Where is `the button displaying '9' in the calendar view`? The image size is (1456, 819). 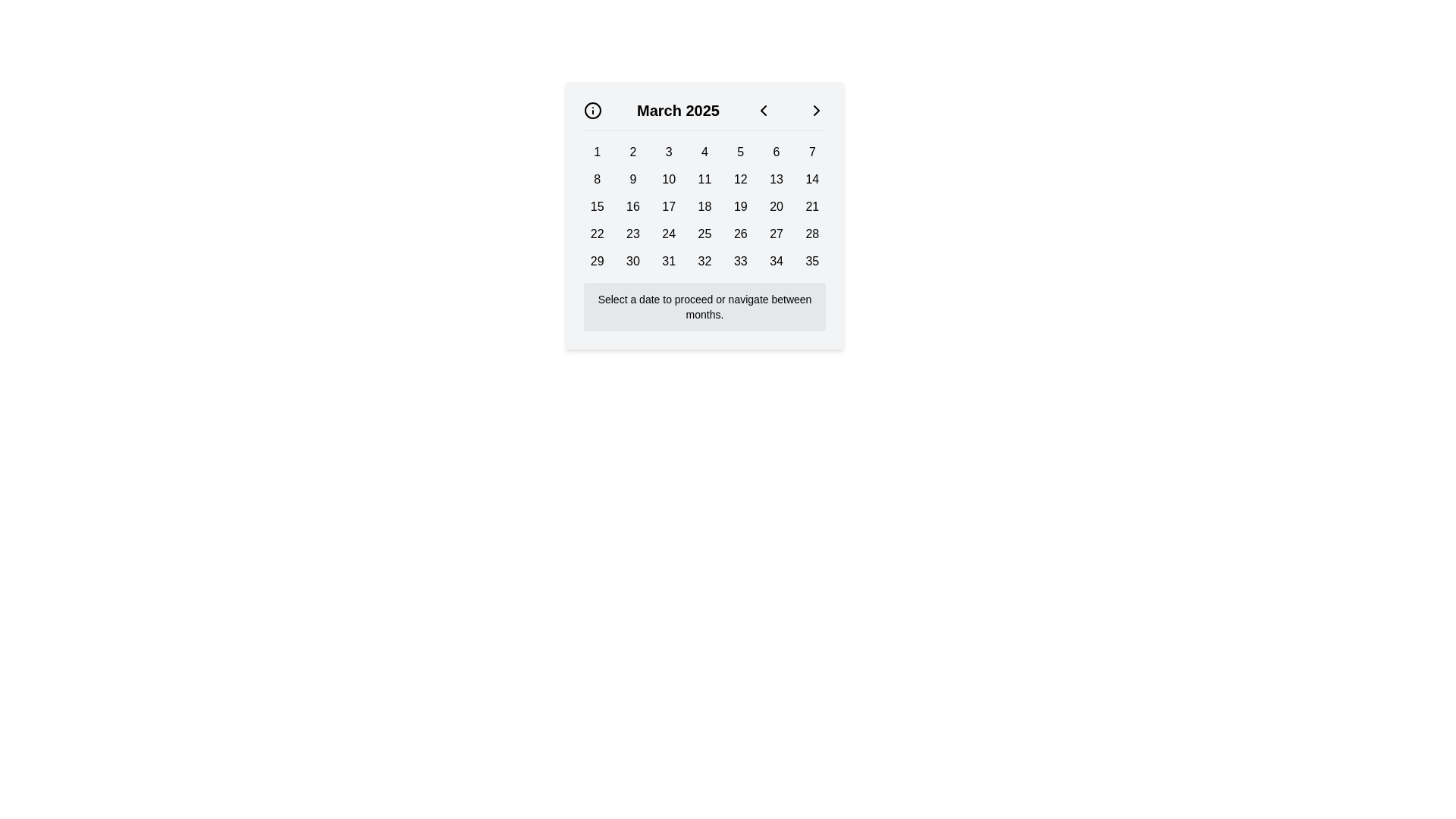 the button displaying '9' in the calendar view is located at coordinates (633, 178).